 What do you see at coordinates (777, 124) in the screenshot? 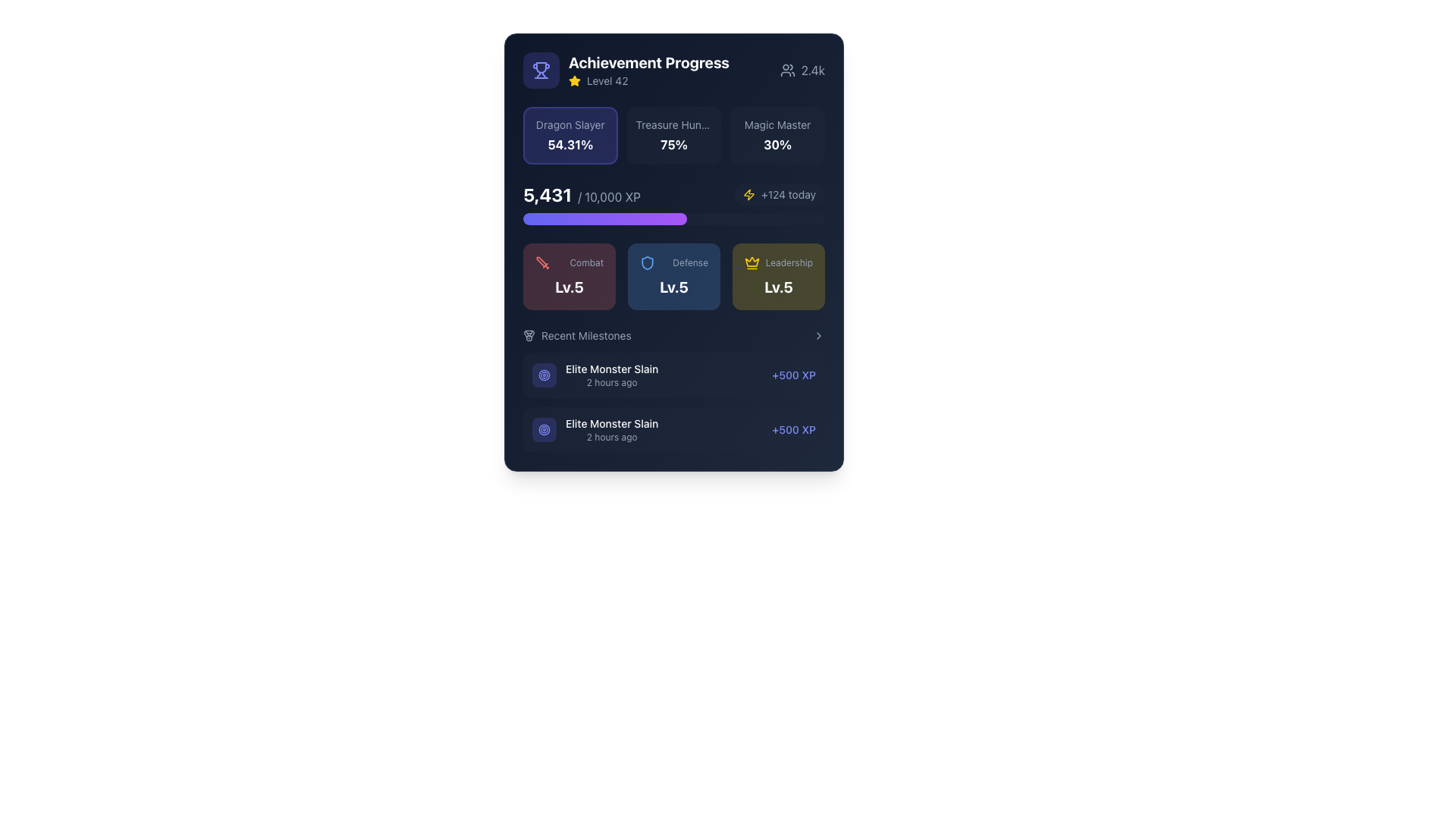
I see `the title label in the top-right corner of the 'Magic Master' card, which identifies the category represented by the card` at bounding box center [777, 124].